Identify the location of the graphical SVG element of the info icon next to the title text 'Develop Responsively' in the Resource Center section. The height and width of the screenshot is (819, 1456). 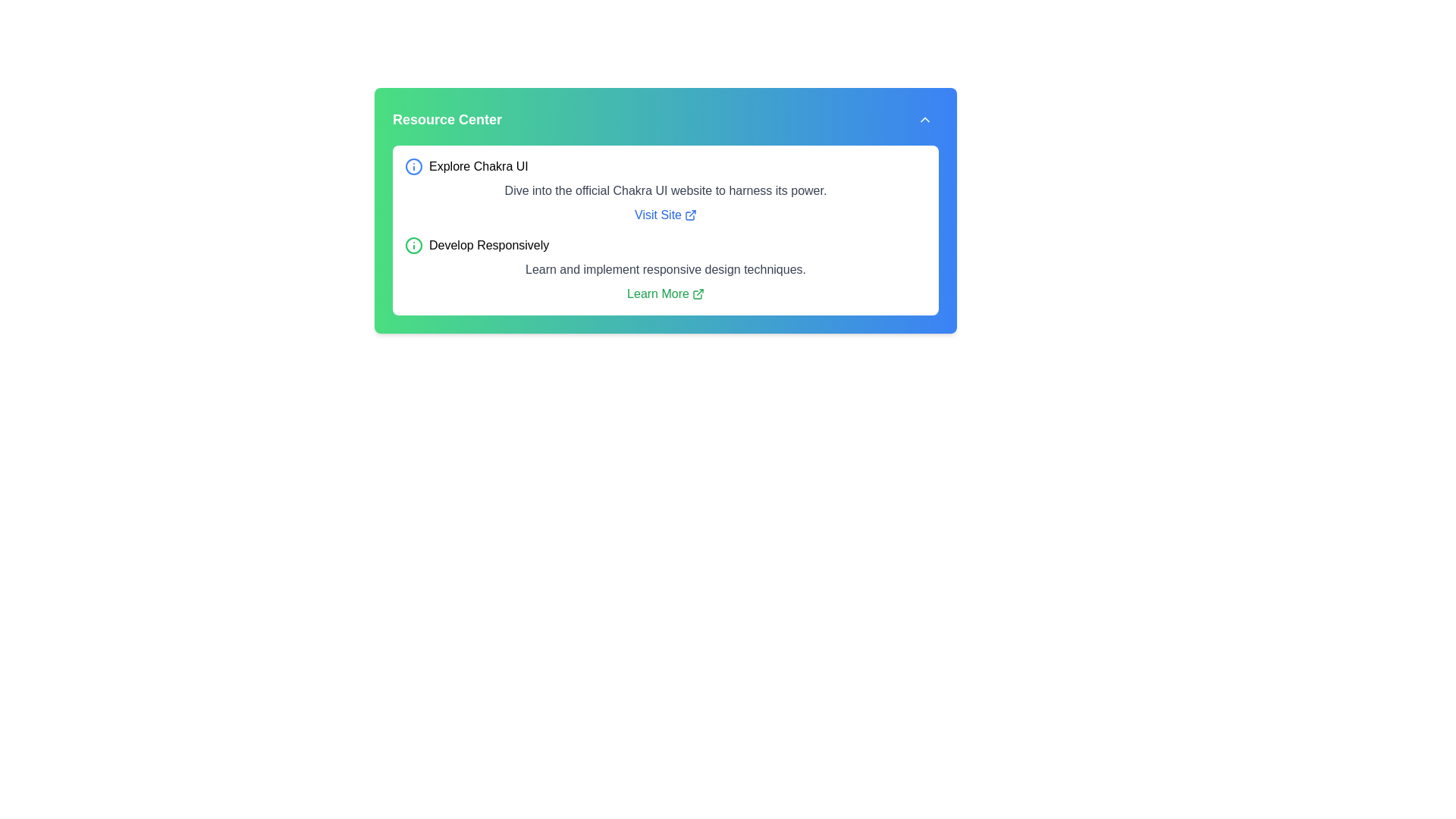
(414, 245).